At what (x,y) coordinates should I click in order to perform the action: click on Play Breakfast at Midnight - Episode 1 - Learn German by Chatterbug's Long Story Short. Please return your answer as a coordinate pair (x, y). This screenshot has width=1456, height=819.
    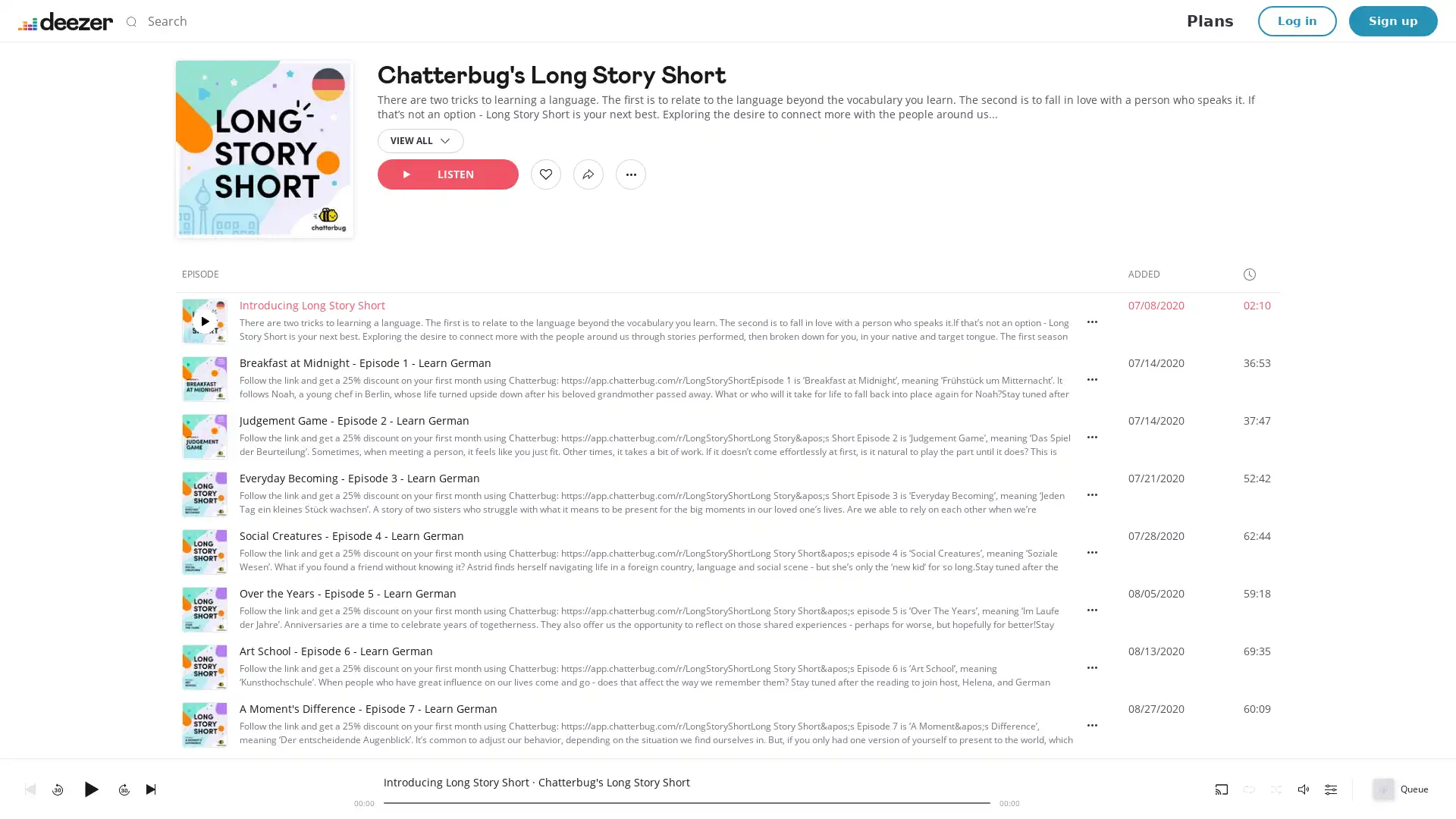
    Looking at the image, I should click on (203, 378).